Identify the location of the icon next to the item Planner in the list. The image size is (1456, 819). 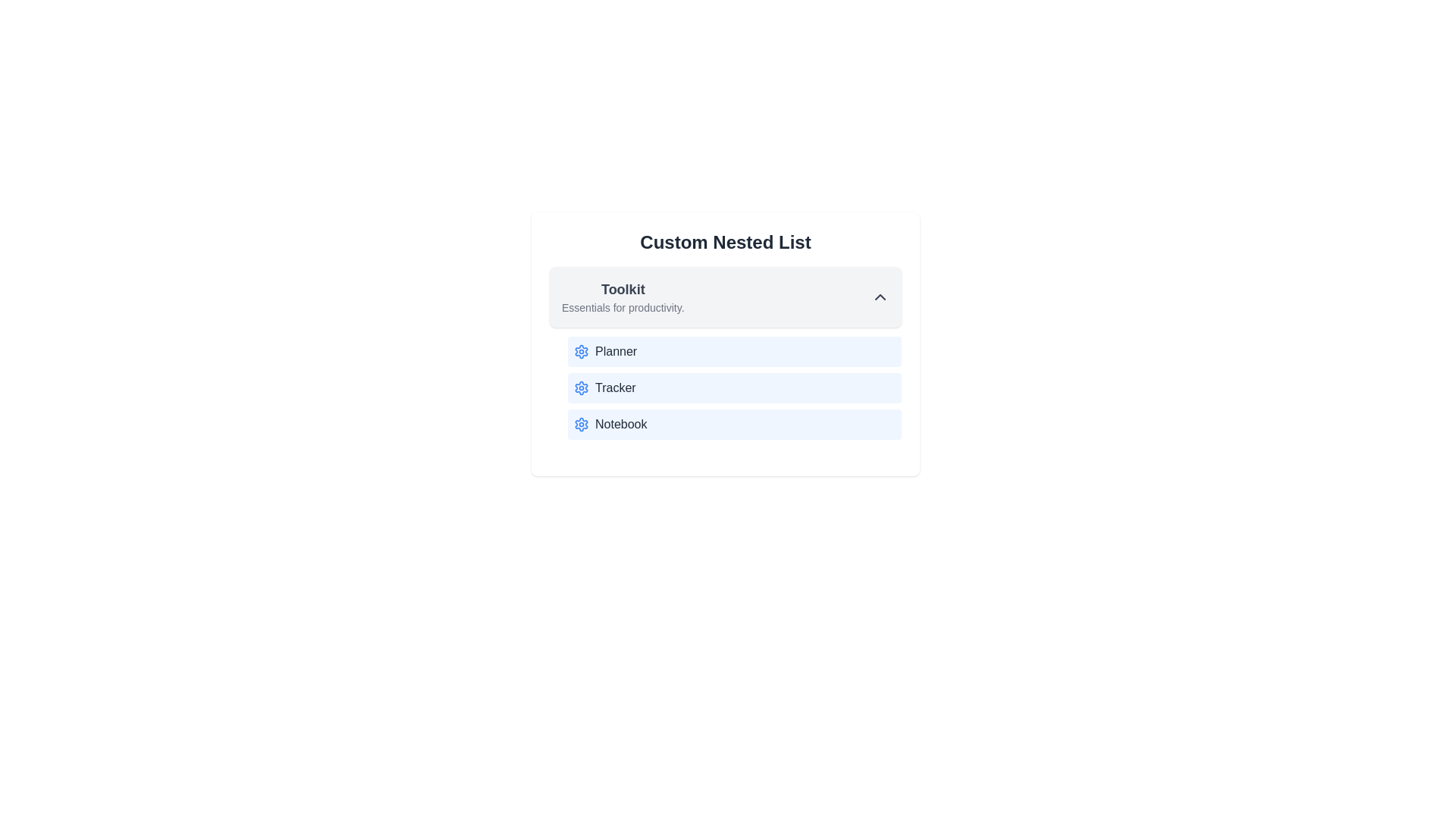
(581, 351).